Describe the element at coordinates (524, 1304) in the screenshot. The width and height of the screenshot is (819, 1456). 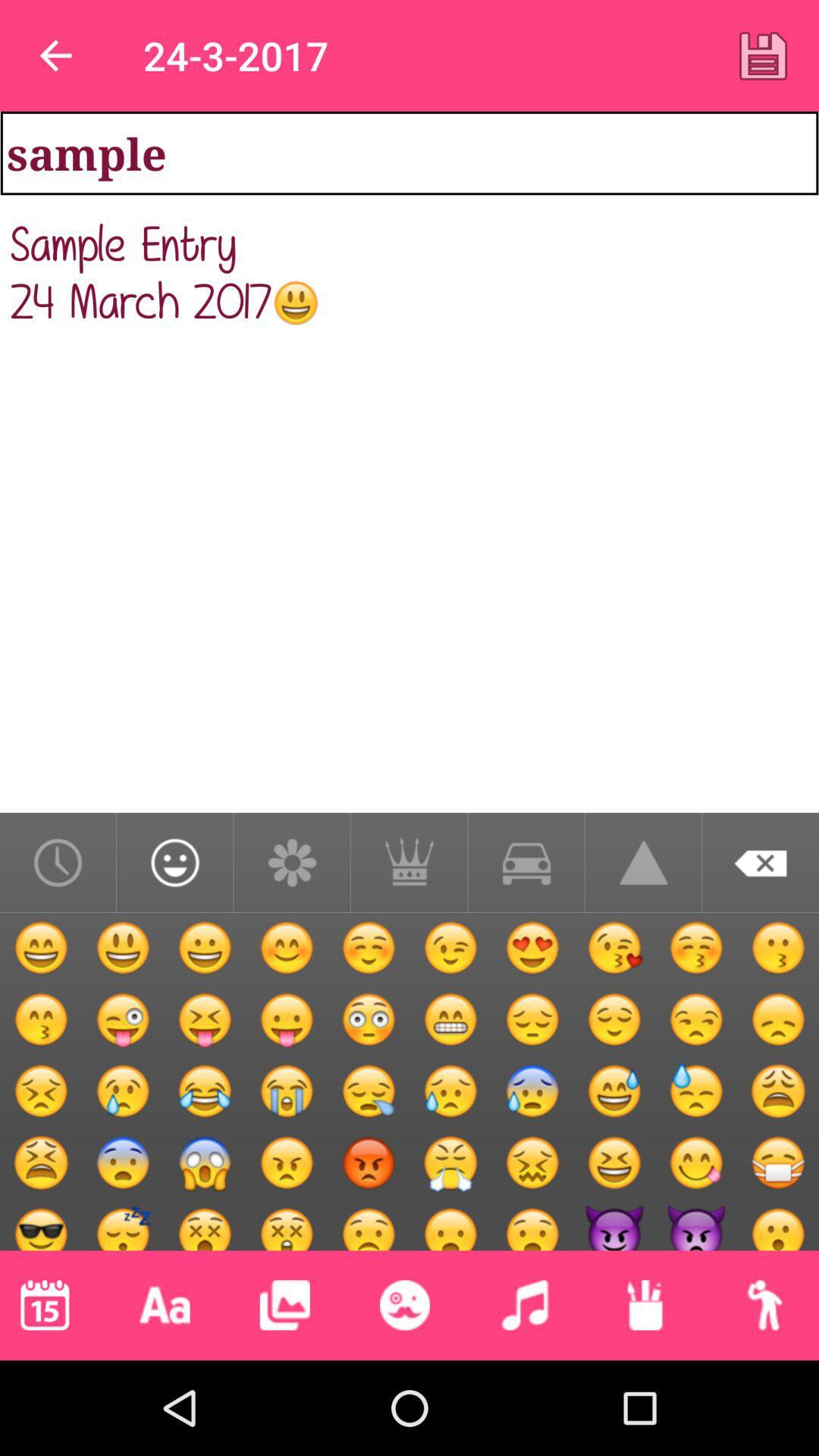
I see `the music icon` at that location.